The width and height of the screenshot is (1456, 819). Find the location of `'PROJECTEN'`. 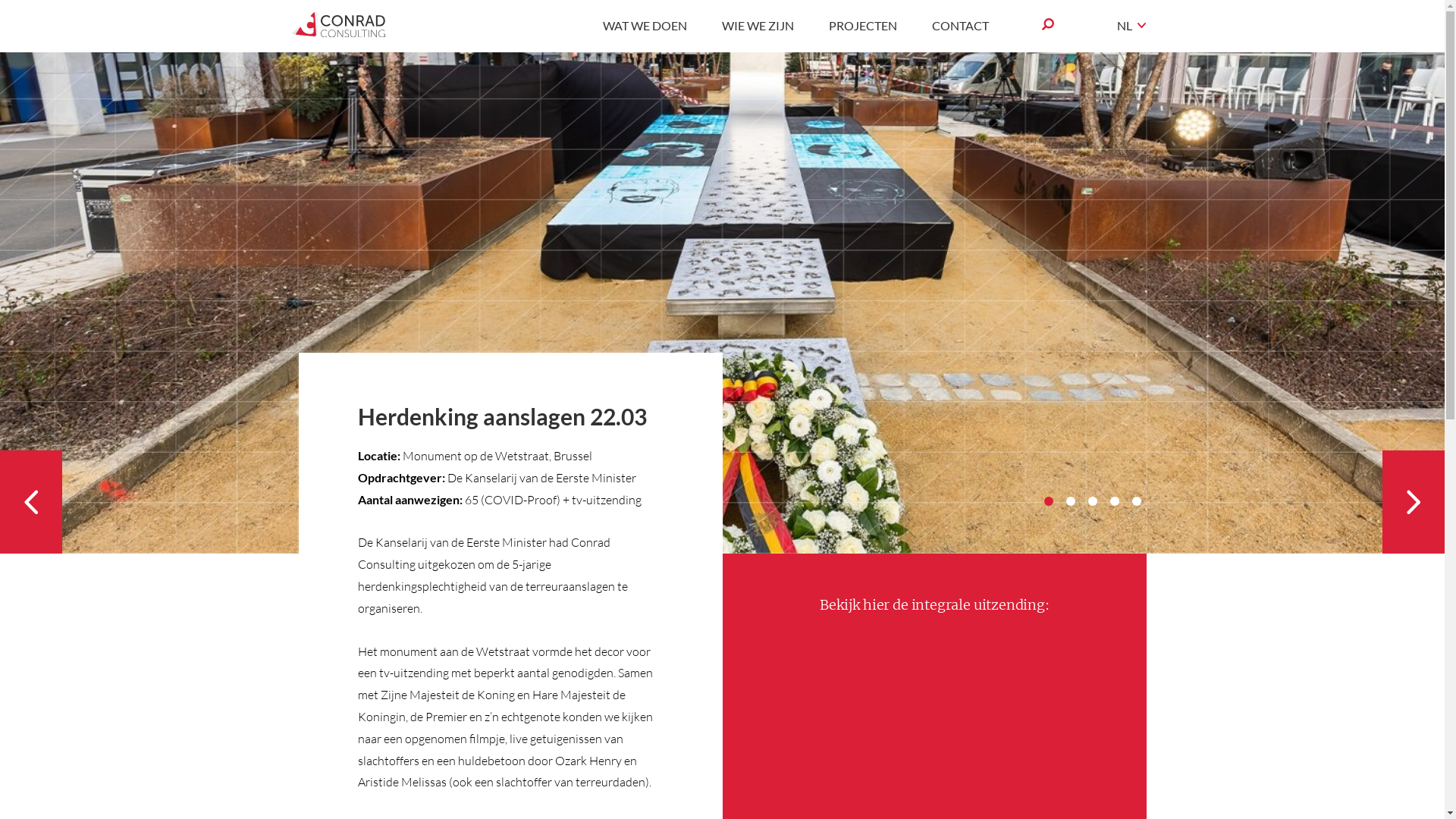

'PROJECTEN' is located at coordinates (862, 25).